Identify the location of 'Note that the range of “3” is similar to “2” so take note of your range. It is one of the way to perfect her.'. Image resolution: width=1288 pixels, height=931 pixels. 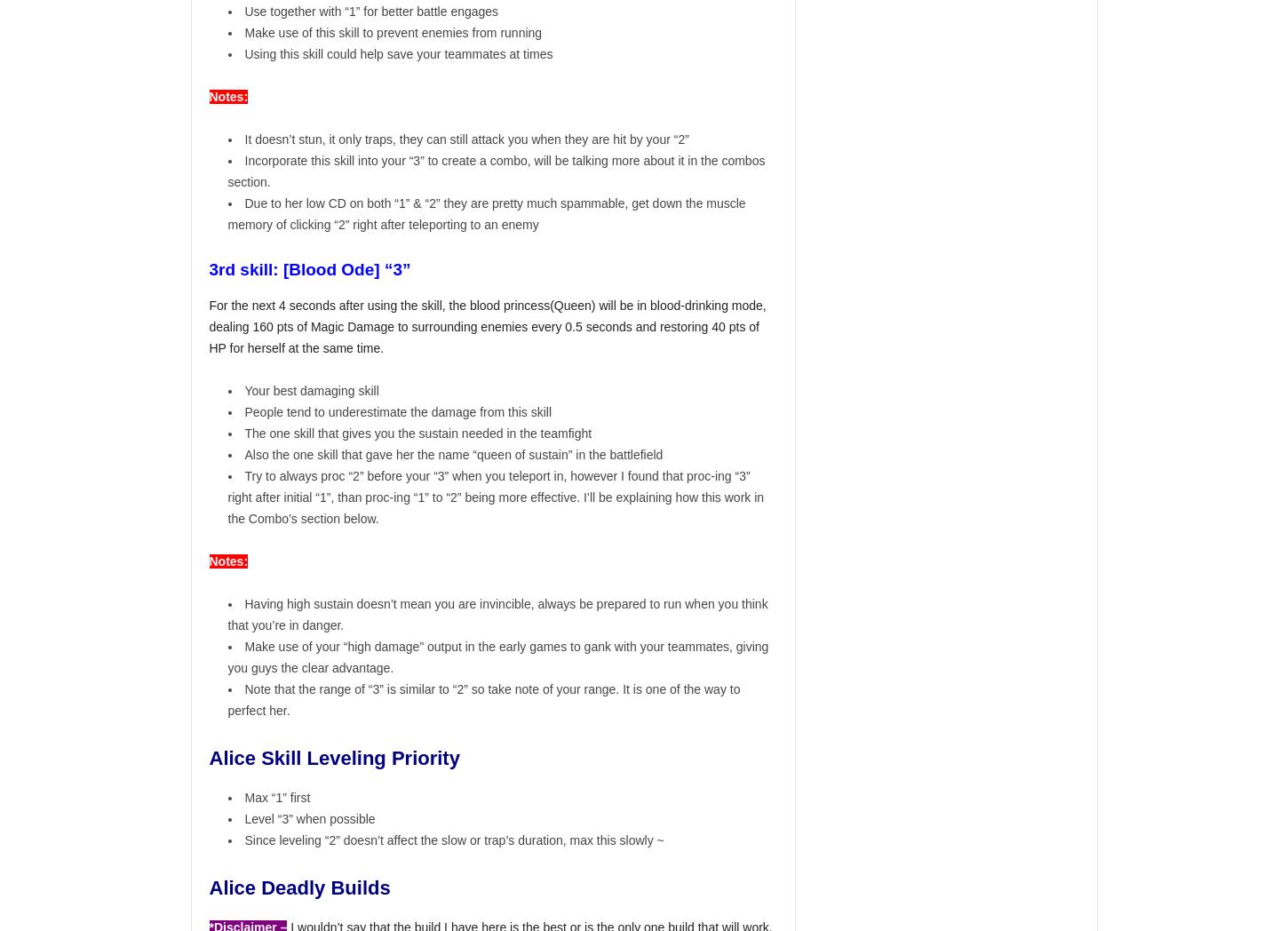
(483, 698).